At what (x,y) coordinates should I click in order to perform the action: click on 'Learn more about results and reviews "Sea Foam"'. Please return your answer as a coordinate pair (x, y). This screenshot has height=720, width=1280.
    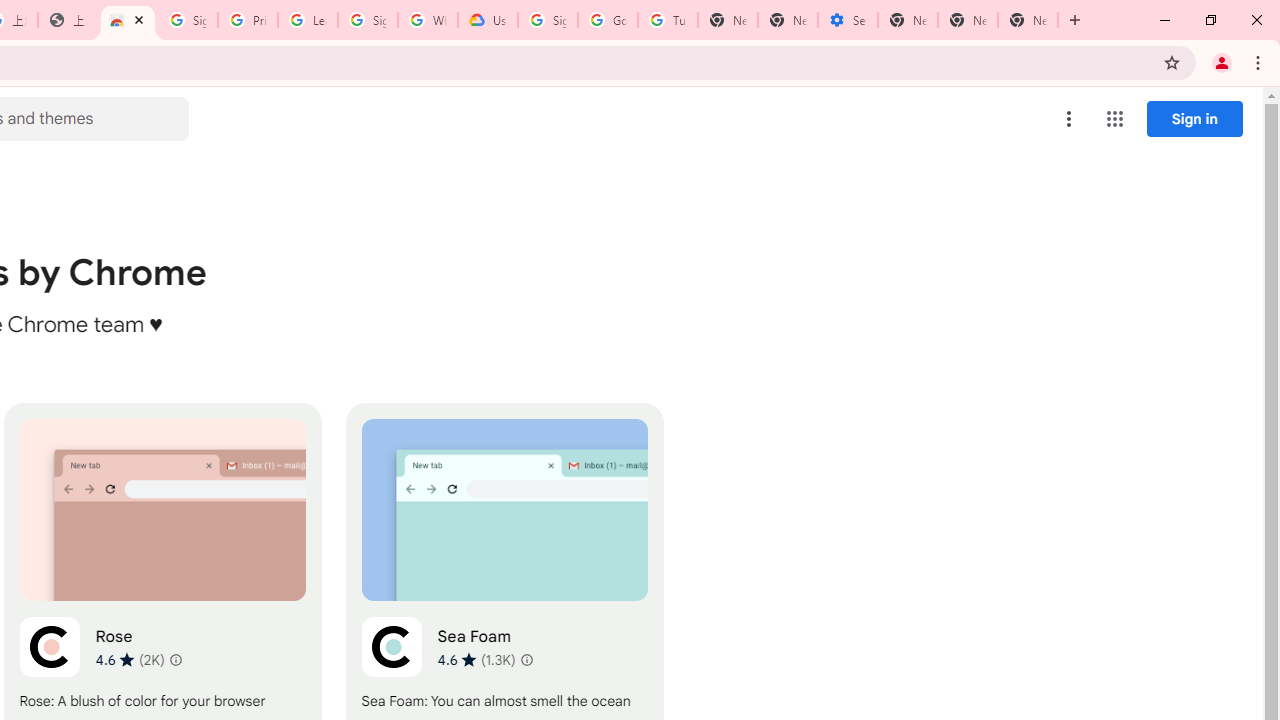
    Looking at the image, I should click on (526, 659).